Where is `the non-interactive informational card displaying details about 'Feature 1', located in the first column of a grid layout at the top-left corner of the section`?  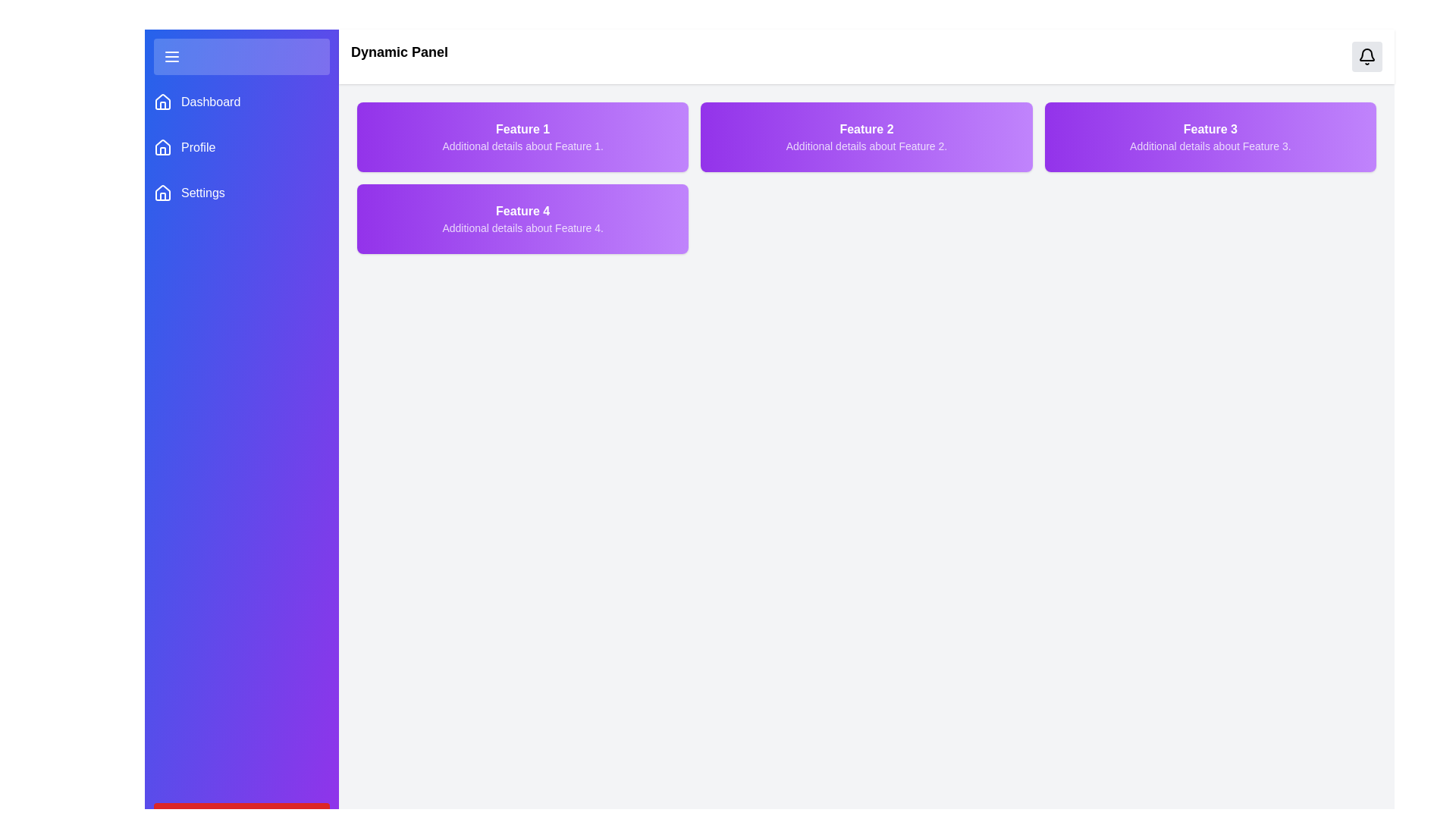 the non-interactive informational card displaying details about 'Feature 1', located in the first column of a grid layout at the top-left corner of the section is located at coordinates (522, 137).